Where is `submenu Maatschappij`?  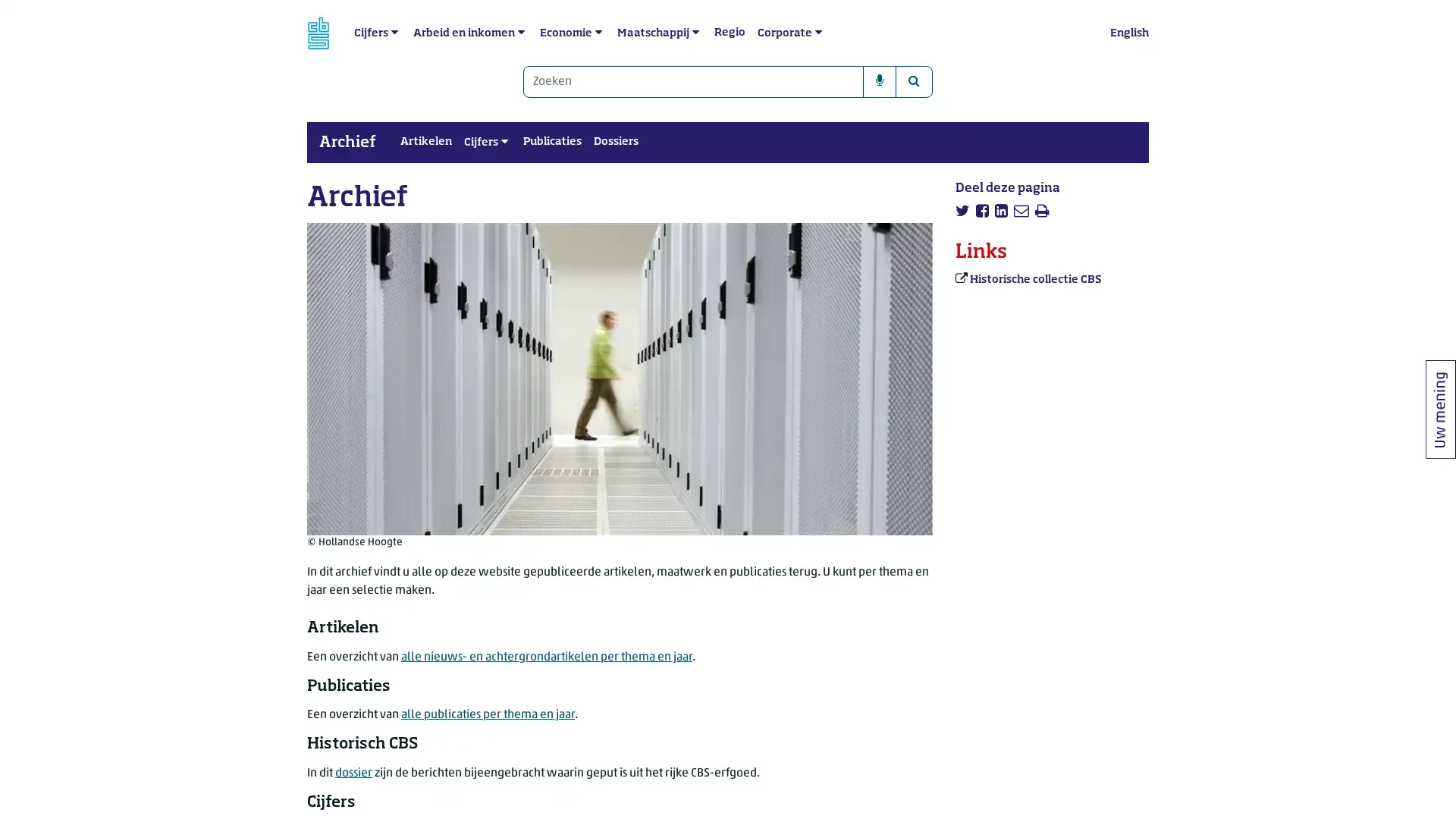
submenu Maatschappij is located at coordinates (695, 32).